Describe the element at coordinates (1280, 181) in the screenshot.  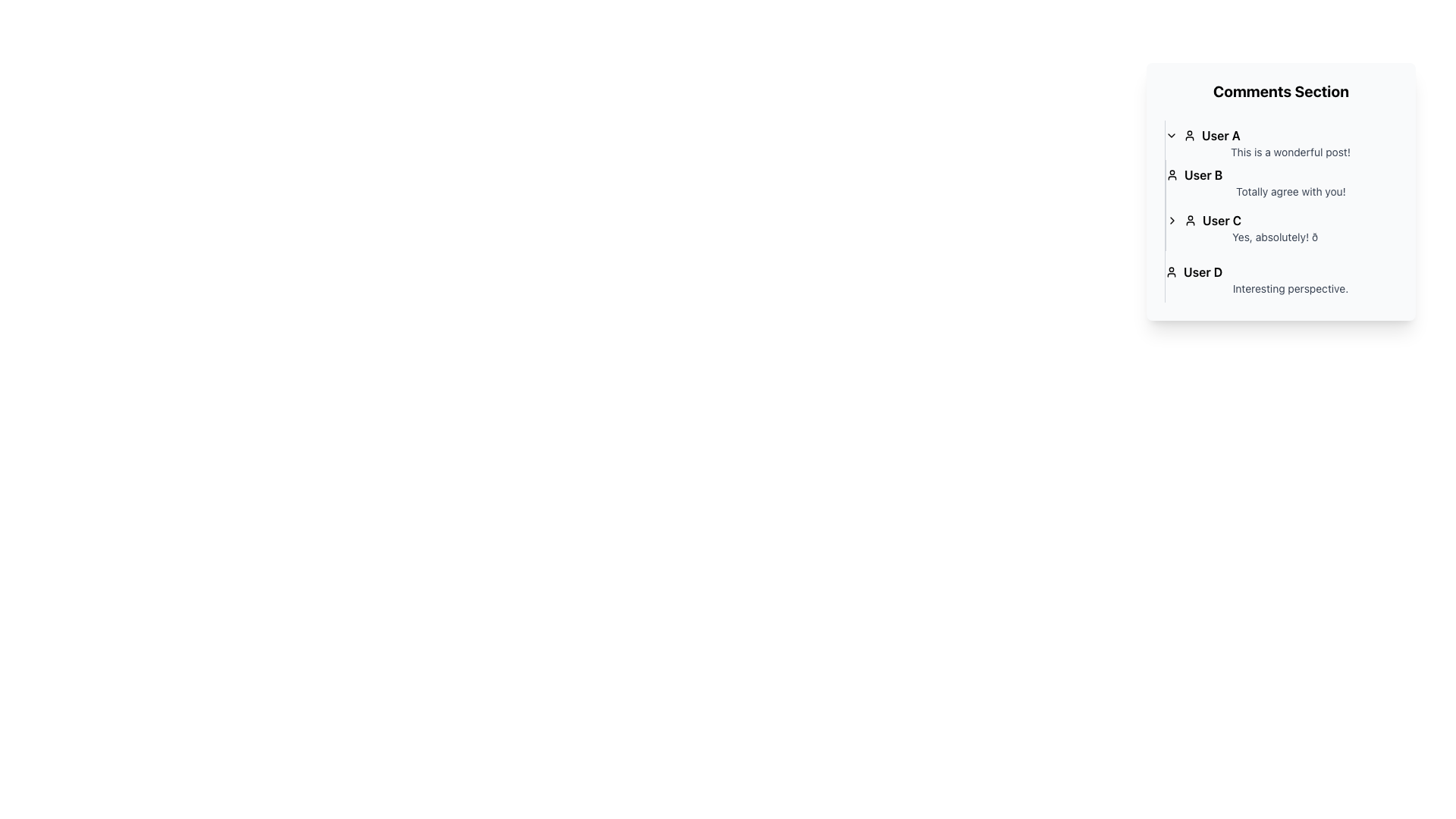
I see `the second user comment block in the threaded discussion view, which displays 'User B's comment` at that location.